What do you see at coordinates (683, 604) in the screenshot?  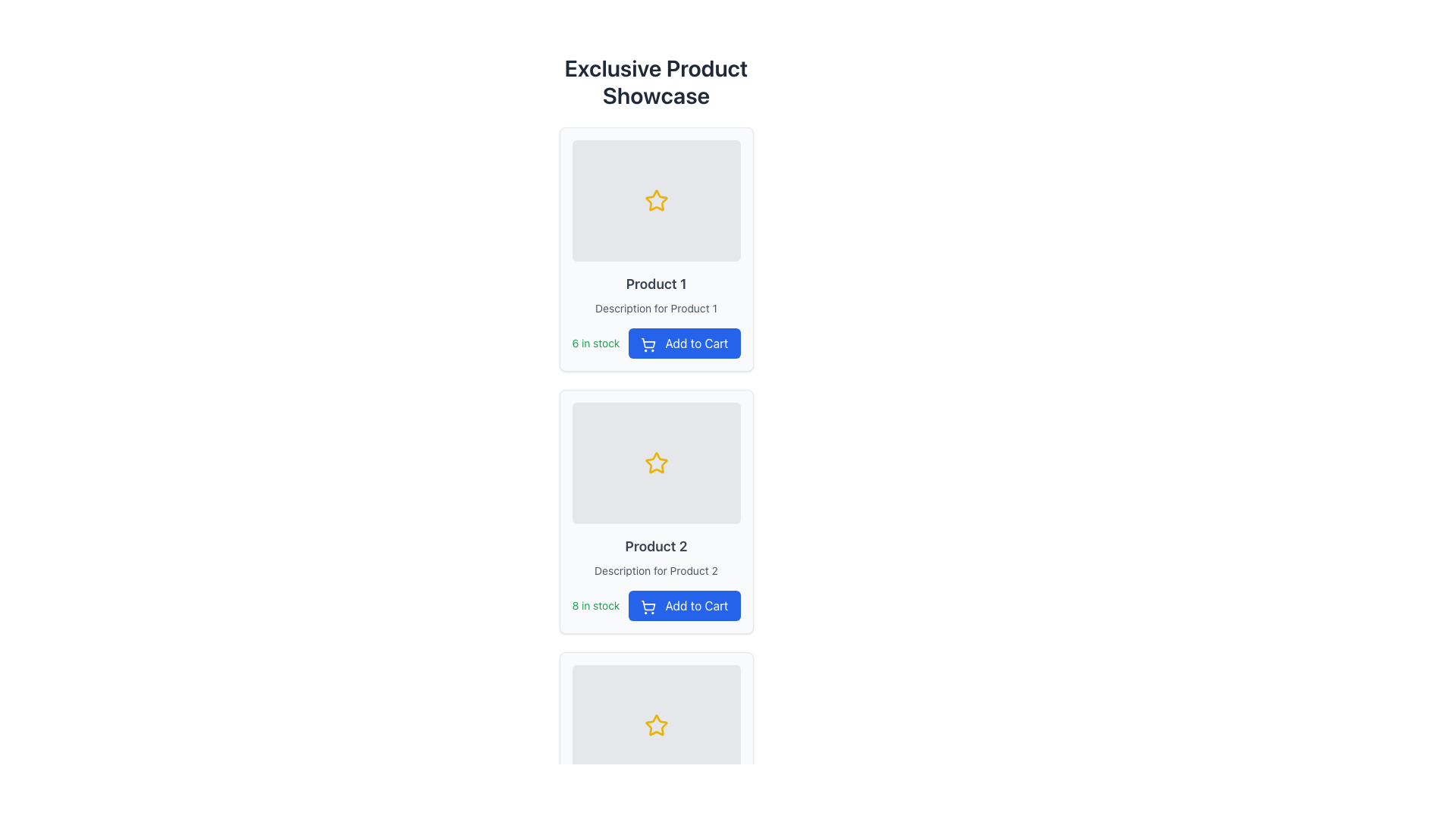 I see `the blue 'Add to Cart' button with bold white text located at the bottom-right corner of the 'Product 2' card` at bounding box center [683, 604].